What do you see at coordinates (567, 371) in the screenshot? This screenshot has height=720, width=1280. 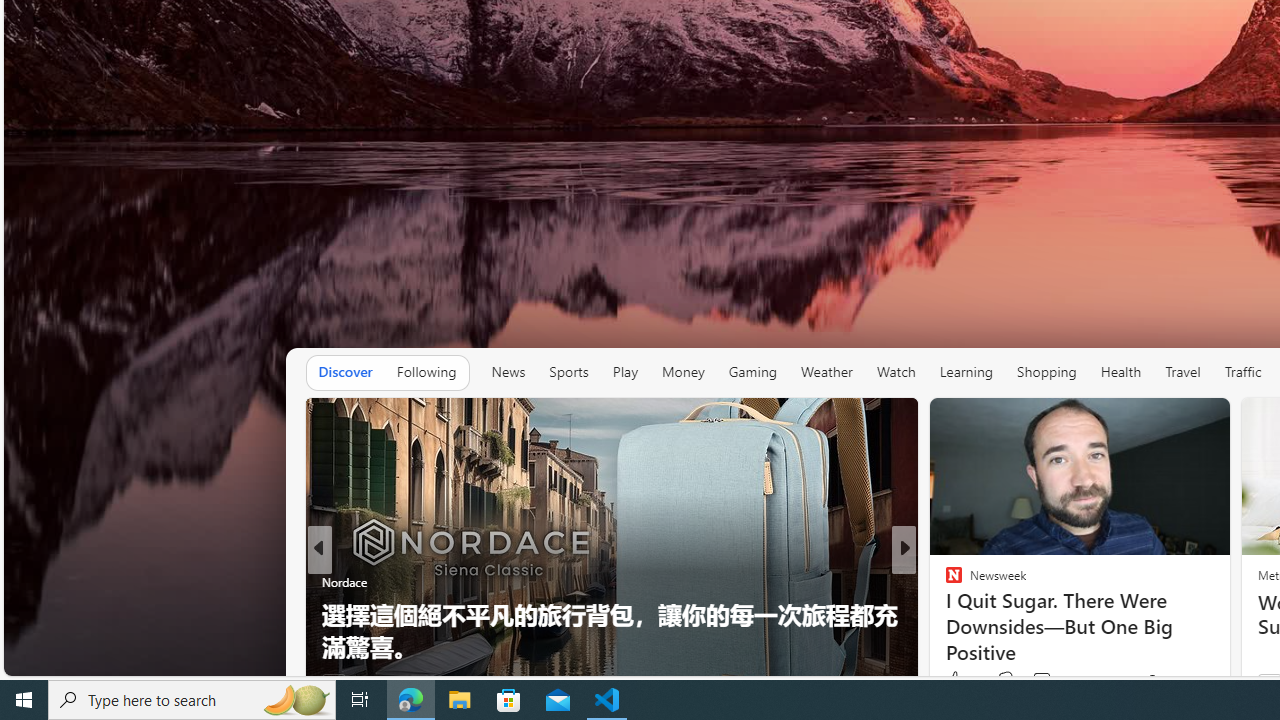 I see `'Sports'` at bounding box center [567, 371].